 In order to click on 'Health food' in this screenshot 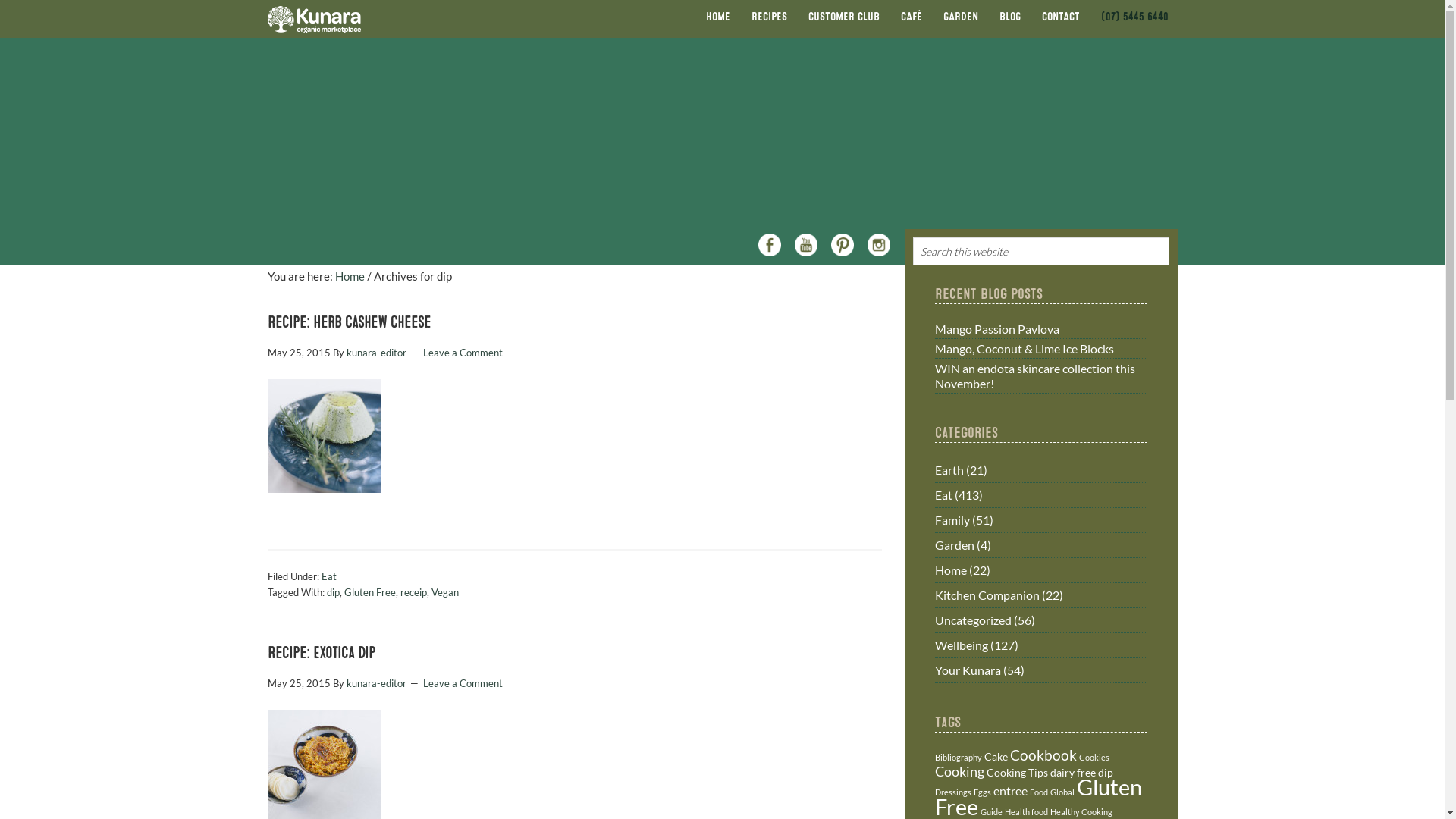, I will do `click(1025, 811)`.